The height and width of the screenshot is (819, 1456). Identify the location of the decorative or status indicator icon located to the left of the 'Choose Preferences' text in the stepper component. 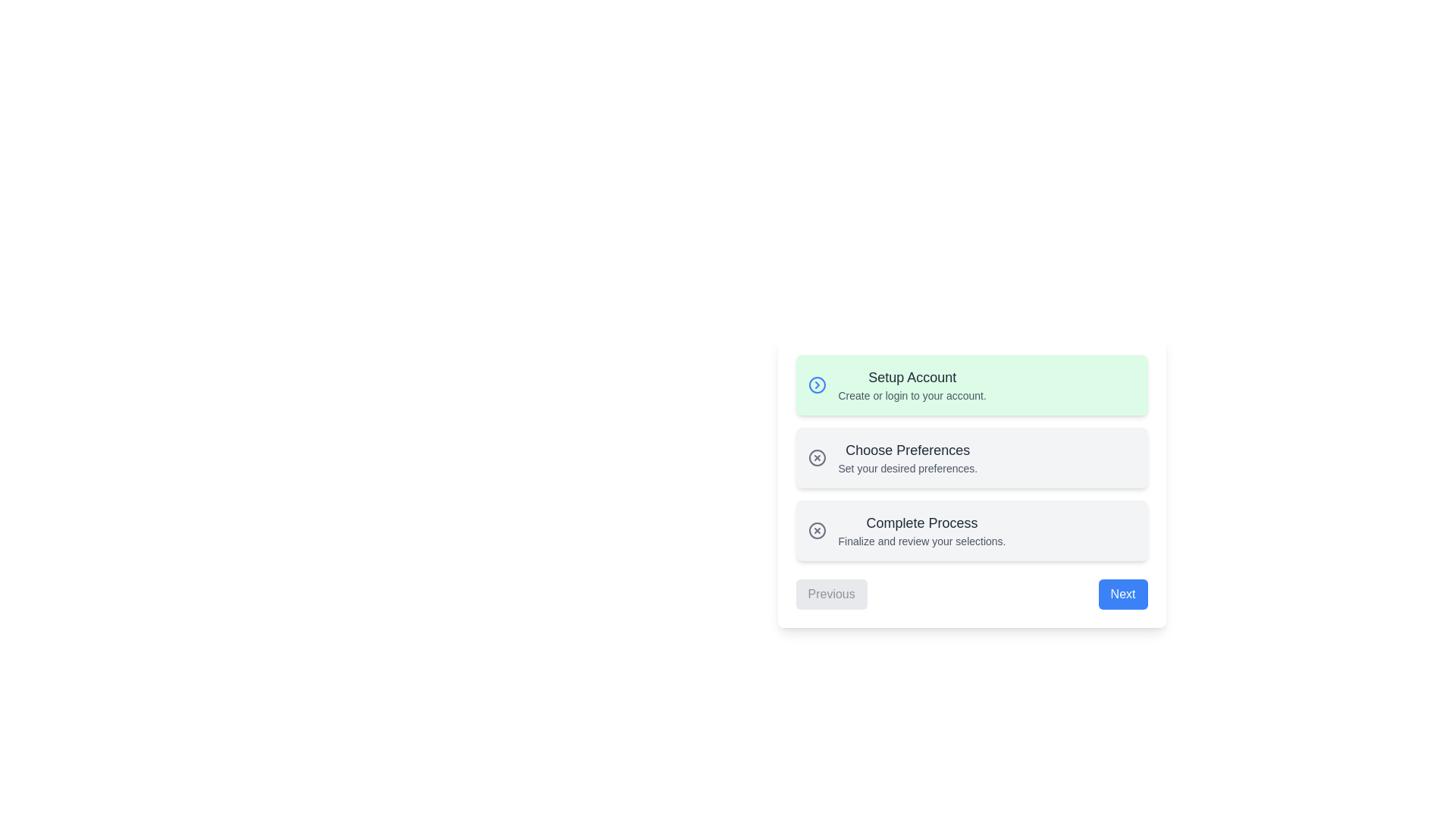
(816, 457).